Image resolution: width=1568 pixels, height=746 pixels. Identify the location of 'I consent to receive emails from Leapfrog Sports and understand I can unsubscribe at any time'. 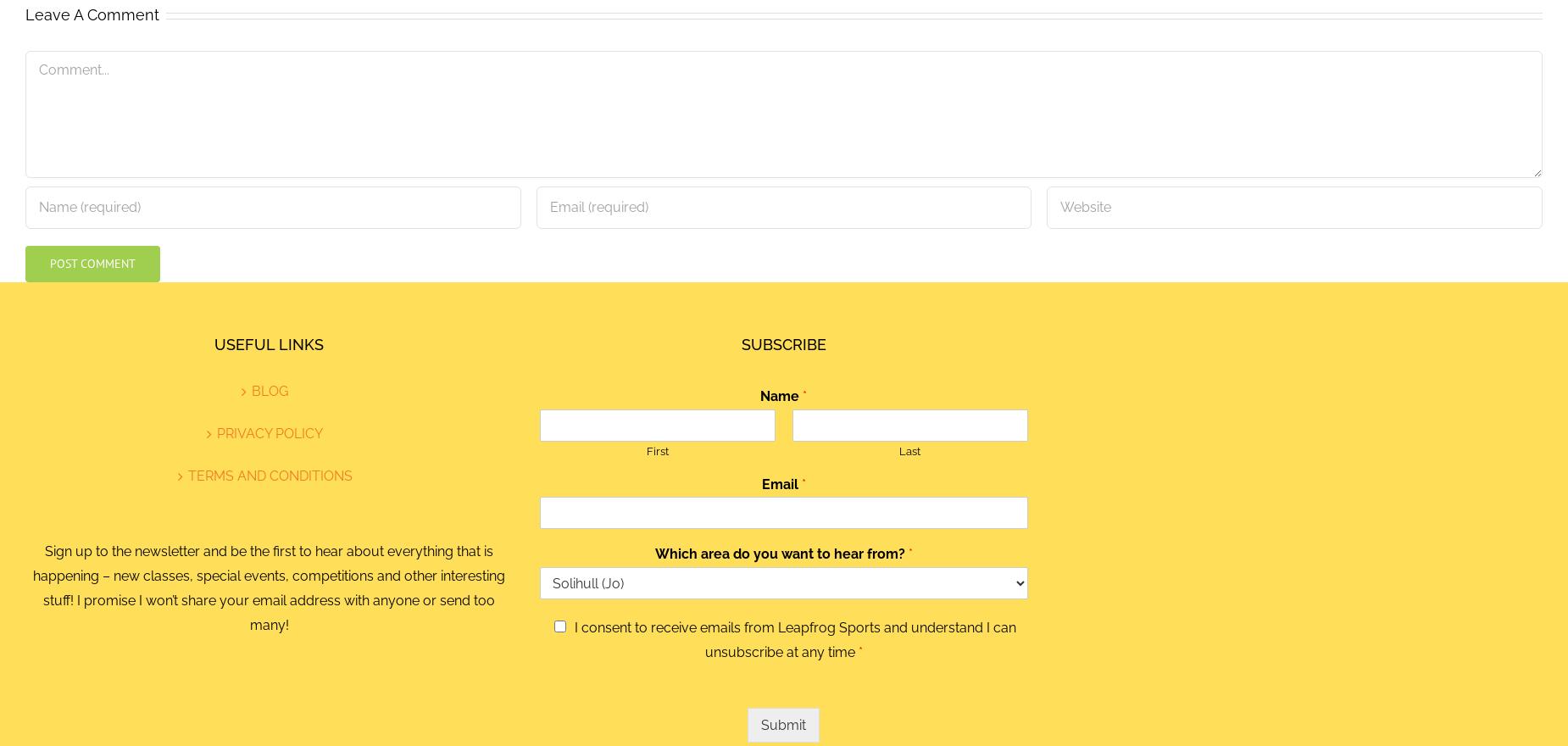
(793, 639).